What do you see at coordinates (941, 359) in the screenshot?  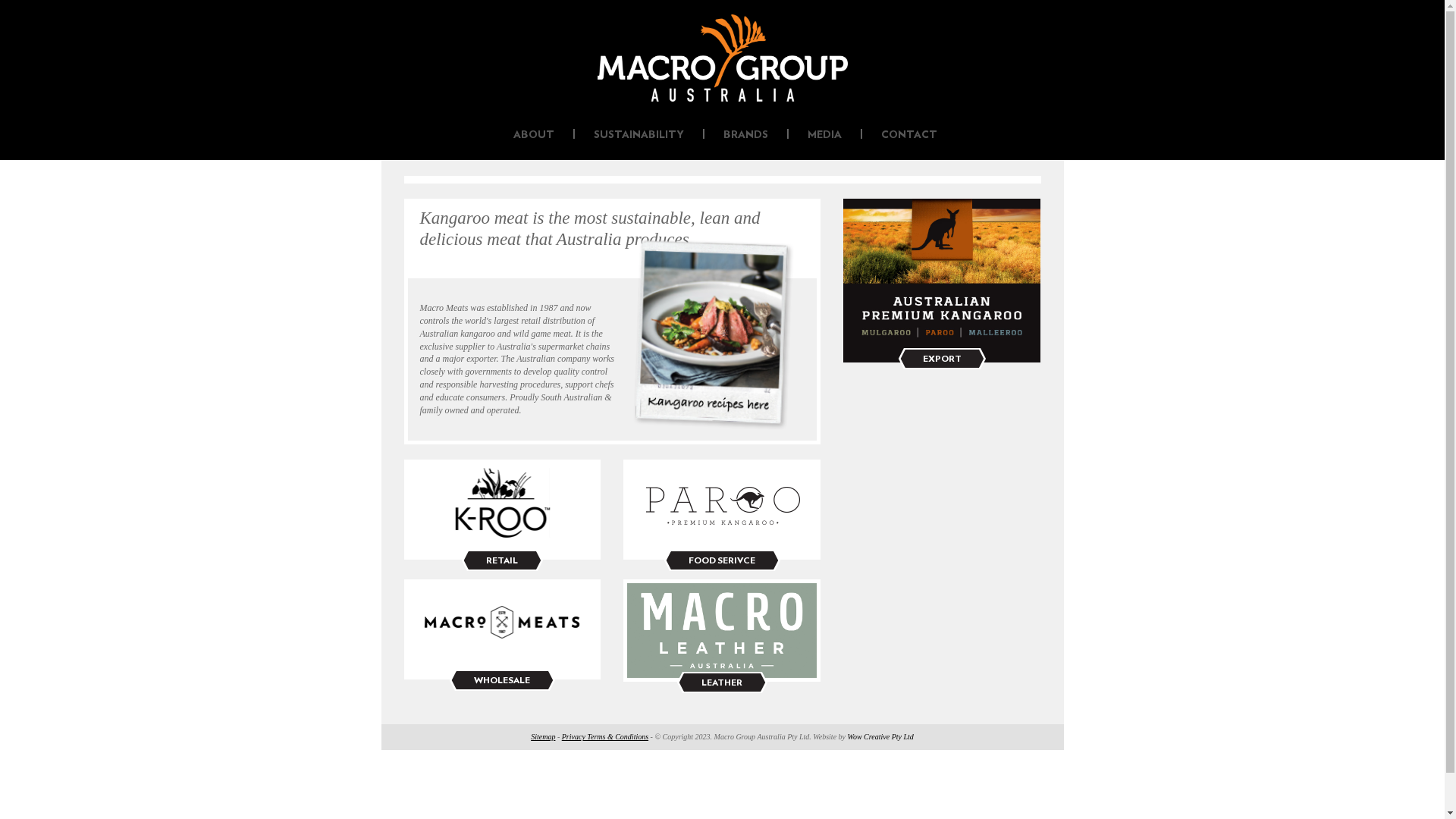 I see `'EXPORT'` at bounding box center [941, 359].